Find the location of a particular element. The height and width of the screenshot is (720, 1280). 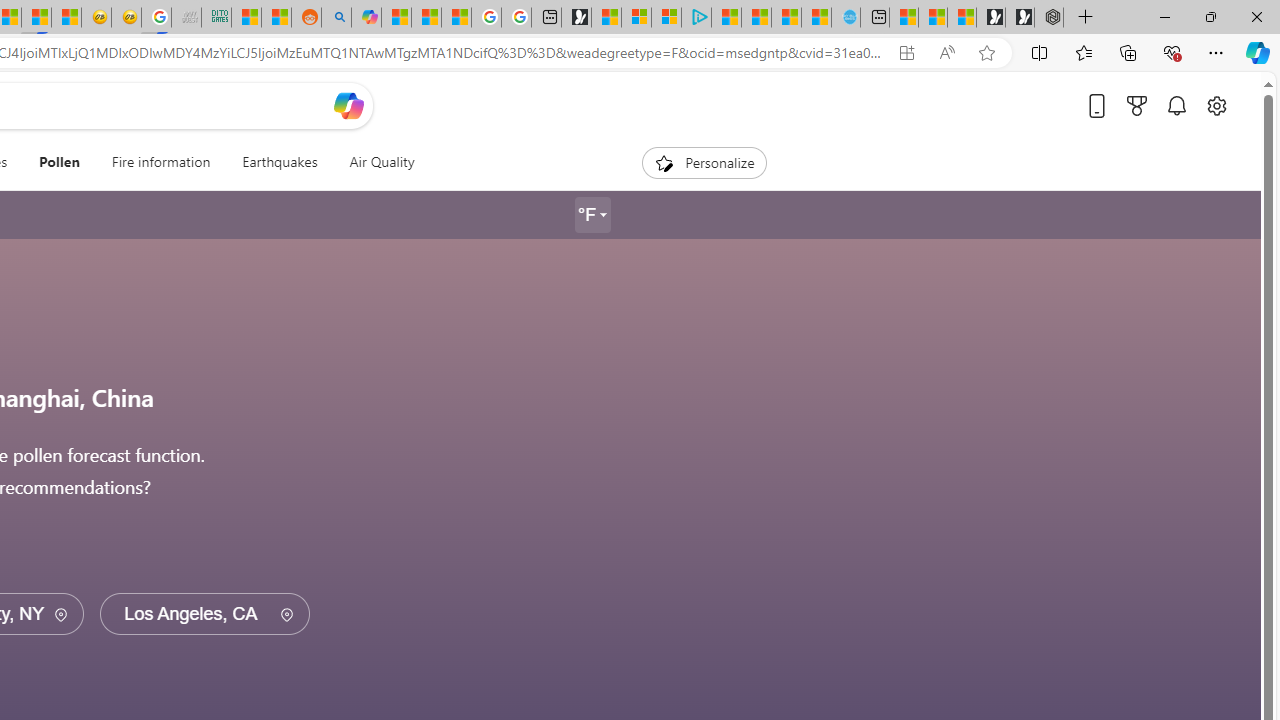

'Air Quality' is located at coordinates (373, 162).